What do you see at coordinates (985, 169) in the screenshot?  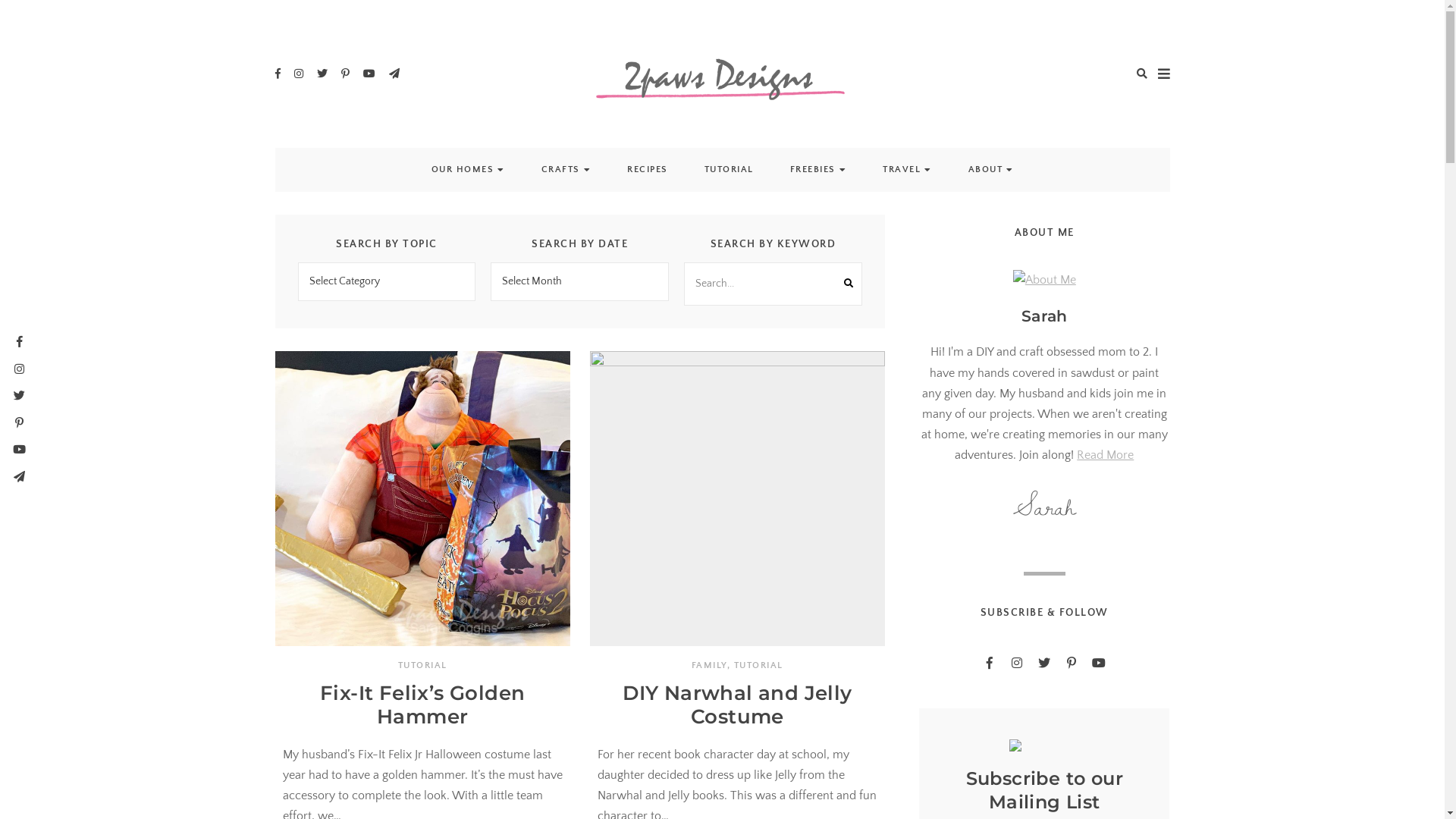 I see `'ABOUT'` at bounding box center [985, 169].